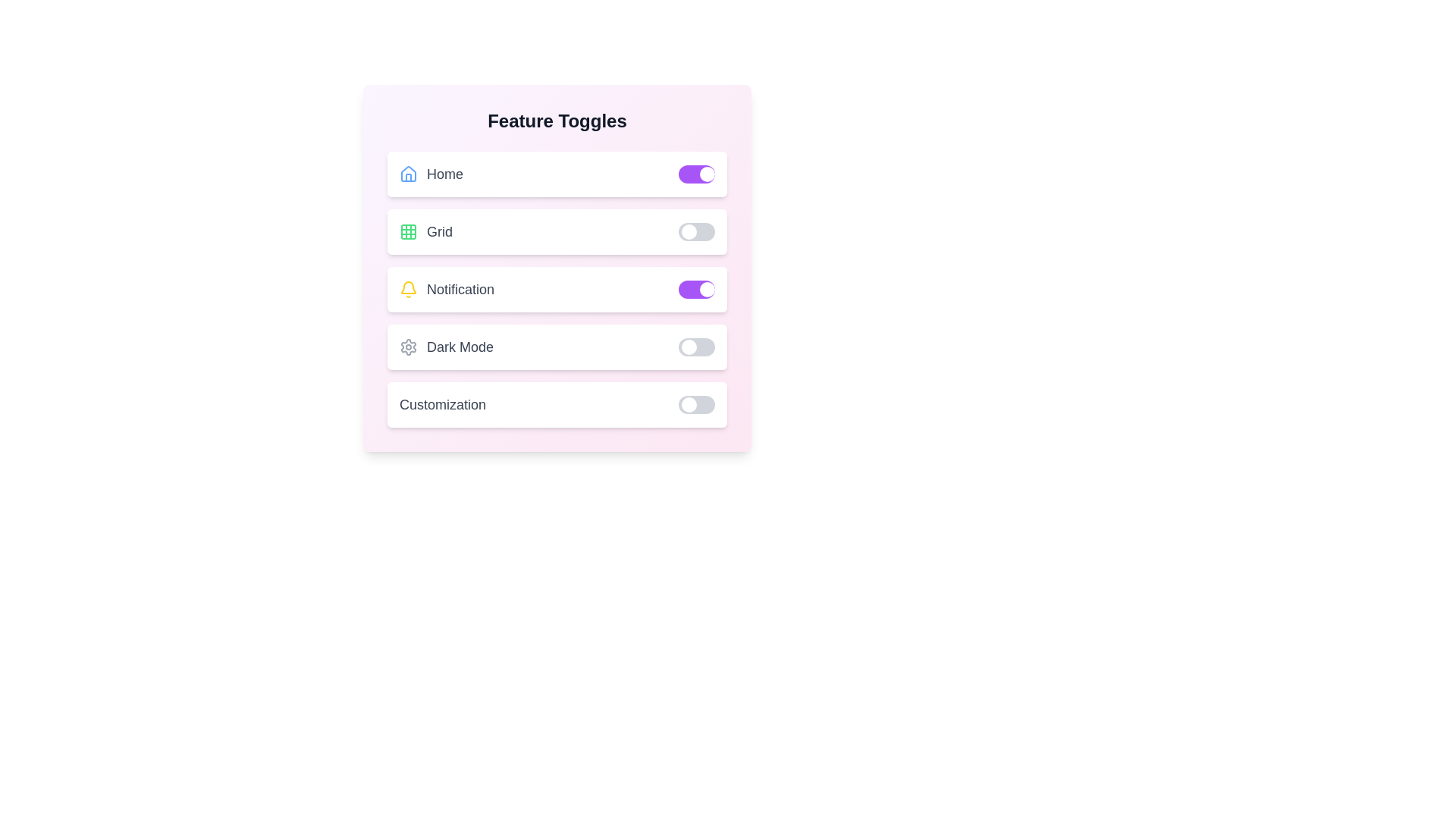 The height and width of the screenshot is (819, 1456). Describe the element at coordinates (446, 347) in the screenshot. I see `the 'Dark Mode' label, which is the fourth item in the vertical list of toggle options in the 'Feature Toggles' section, positioned below the 'Notification' toggle` at that location.